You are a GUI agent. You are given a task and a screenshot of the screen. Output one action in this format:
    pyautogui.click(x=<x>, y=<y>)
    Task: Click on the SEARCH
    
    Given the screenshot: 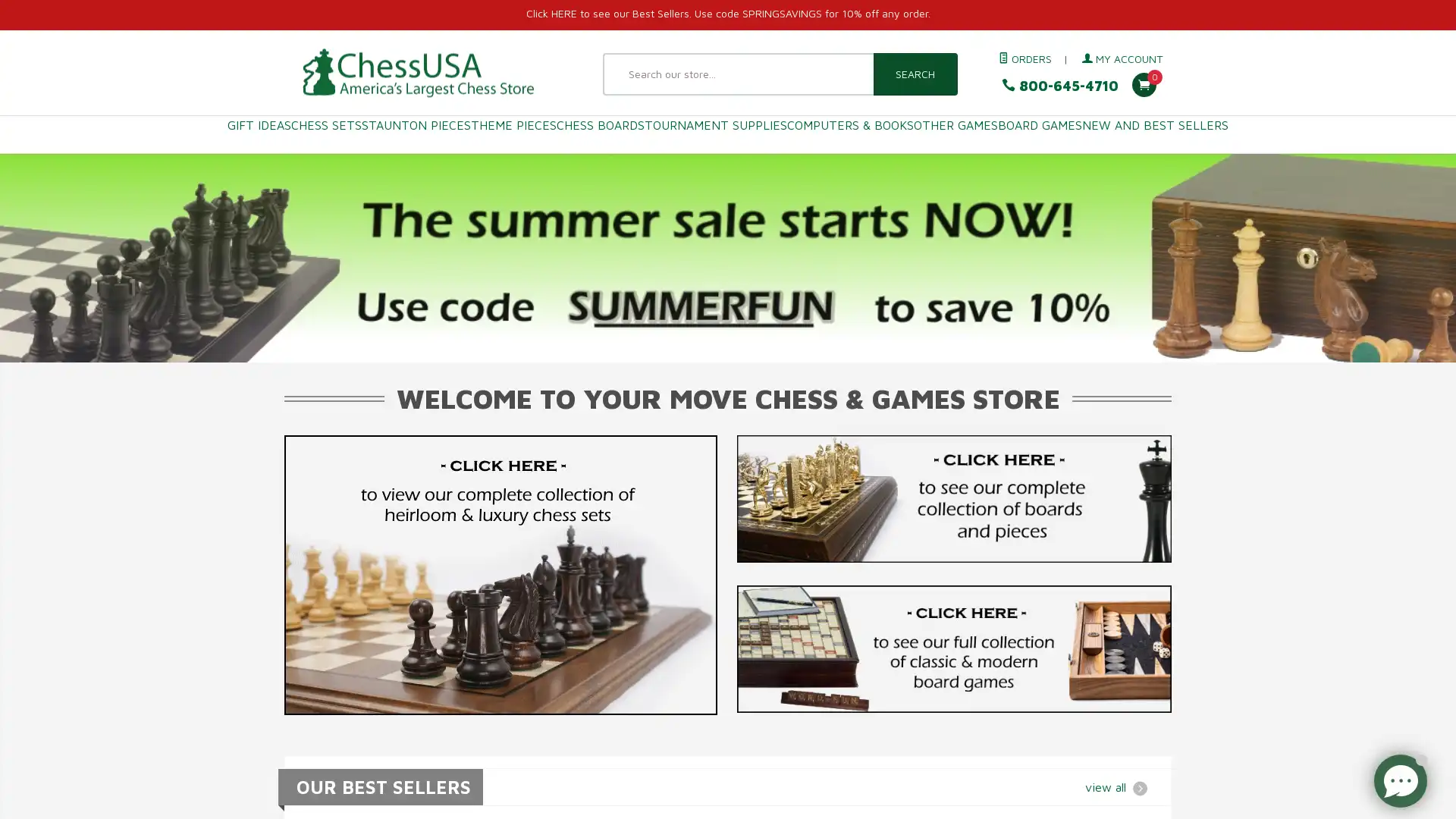 What is the action you would take?
    pyautogui.click(x=914, y=74)
    